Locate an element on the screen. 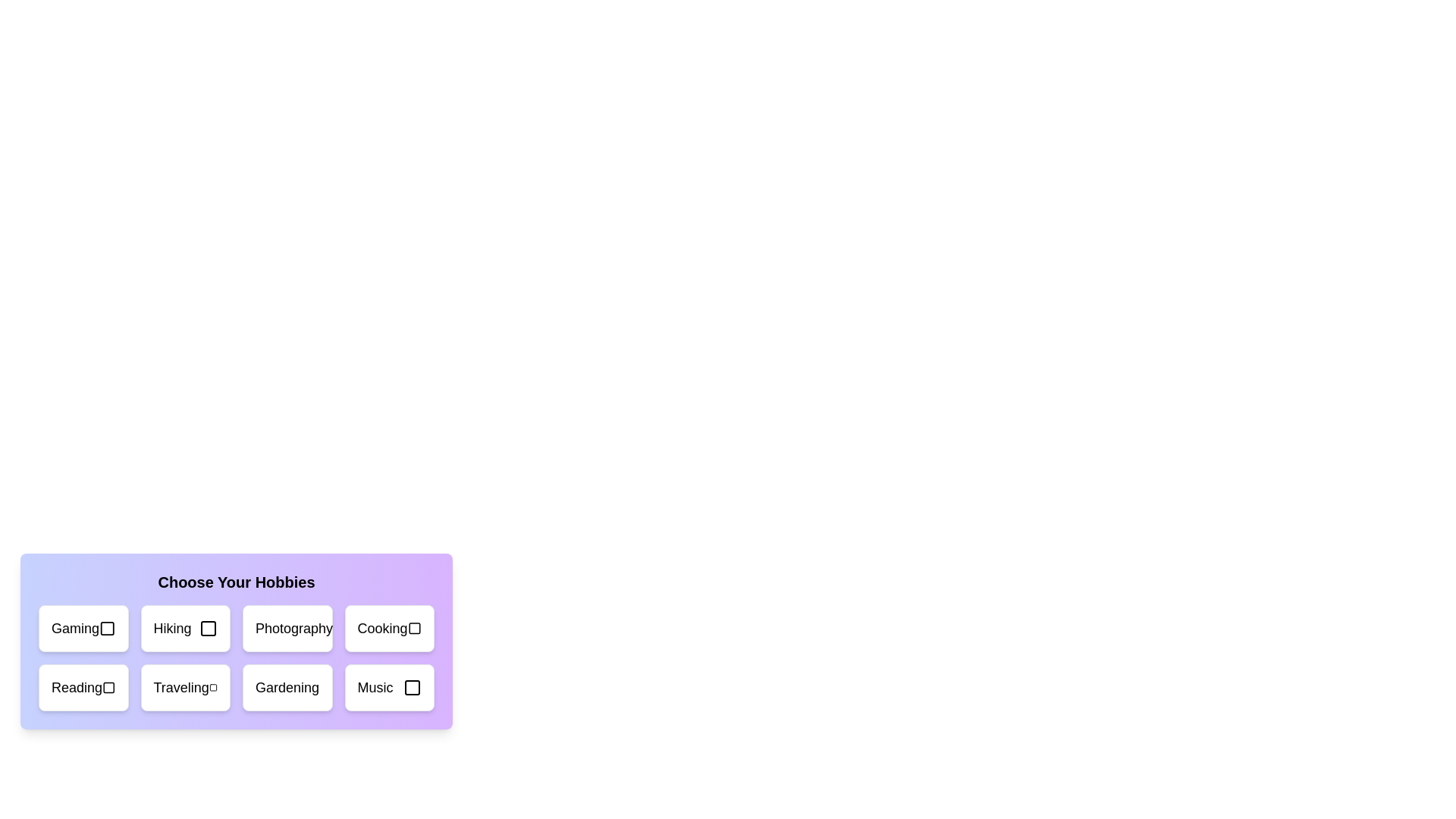 The width and height of the screenshot is (1456, 819). the hobby card labeled 'Gardening' is located at coordinates (287, 687).